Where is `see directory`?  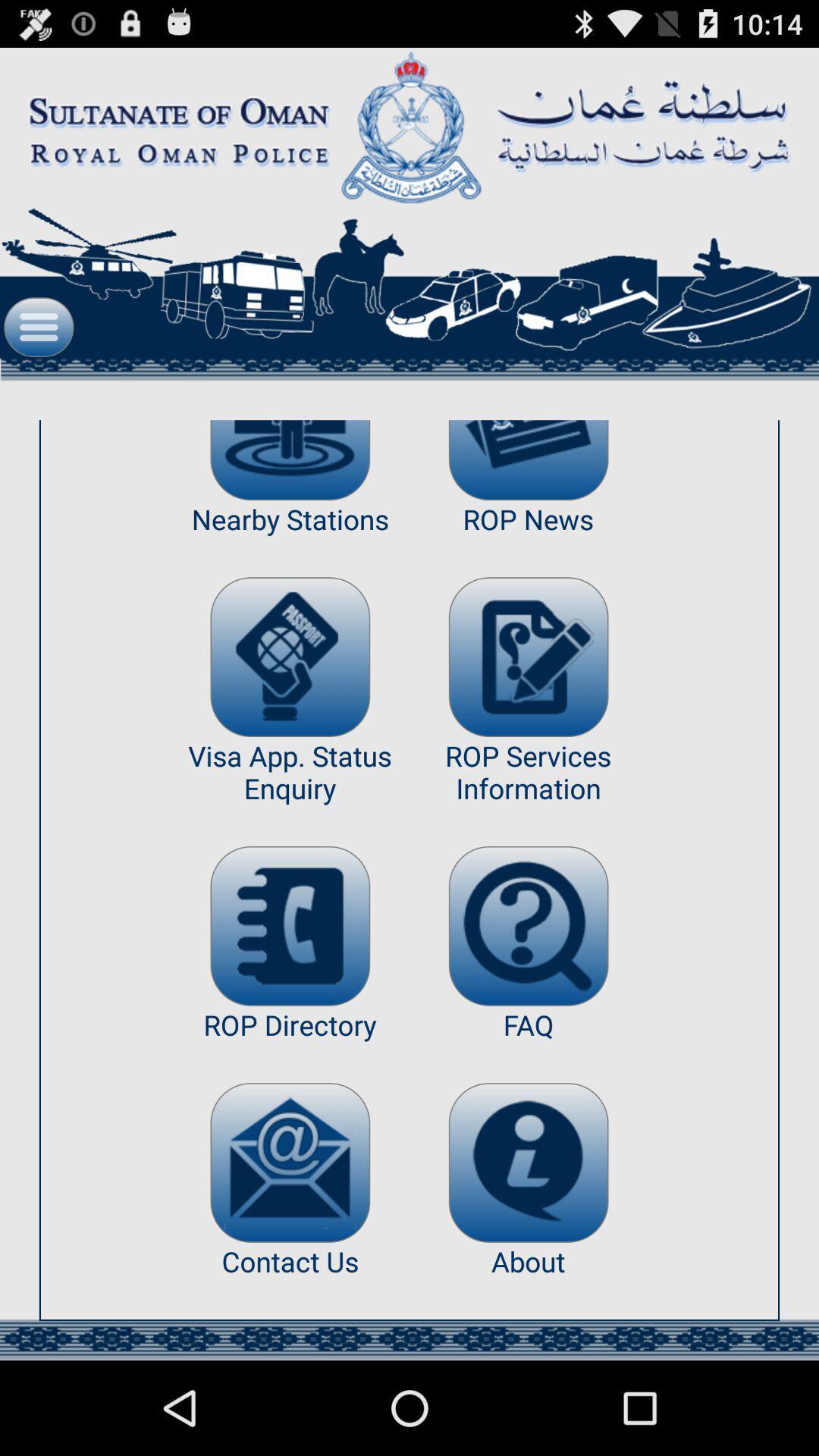 see directory is located at coordinates (290, 925).